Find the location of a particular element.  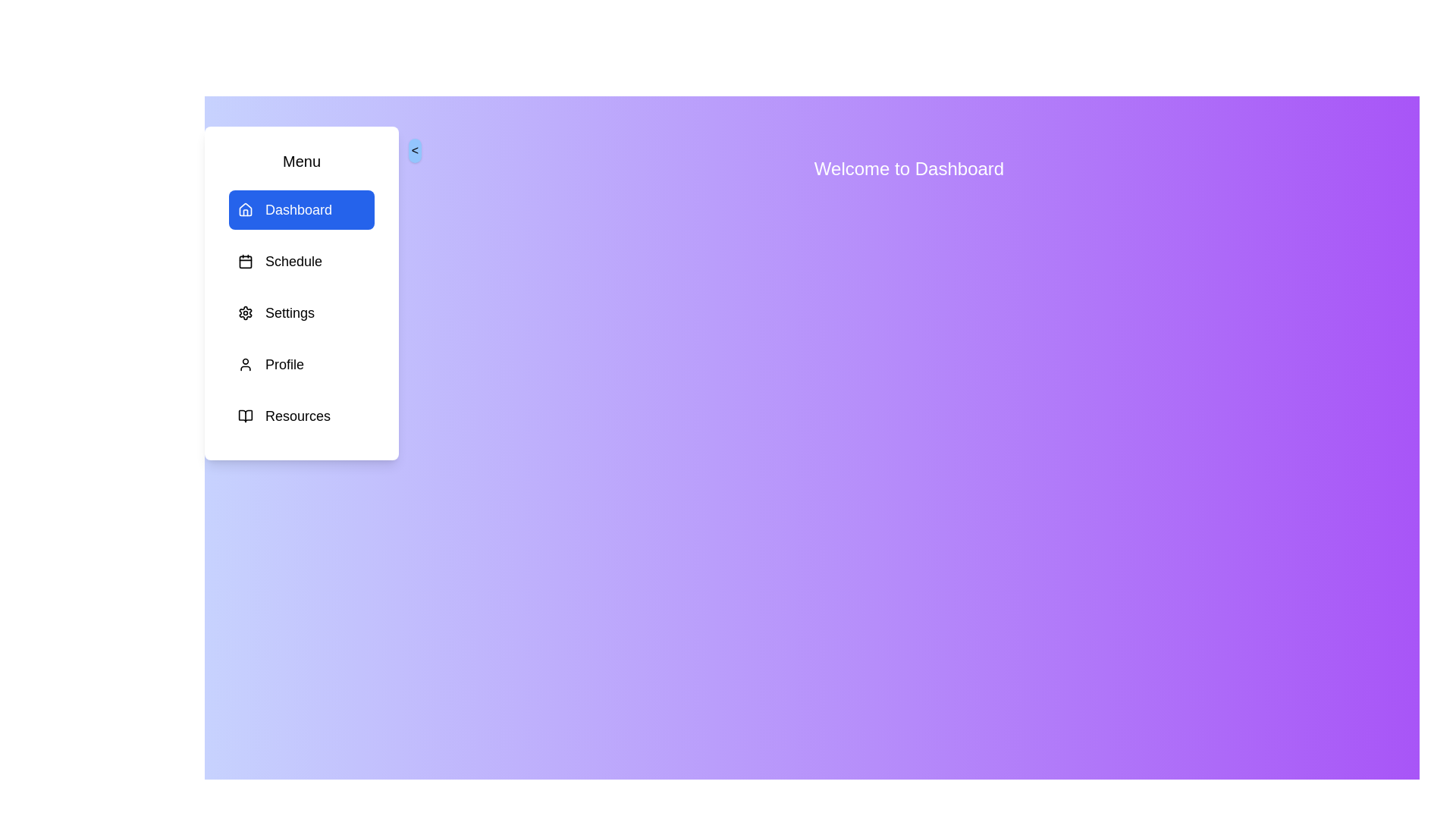

the menu item Schedule to navigate to its respective page is located at coordinates (302, 260).